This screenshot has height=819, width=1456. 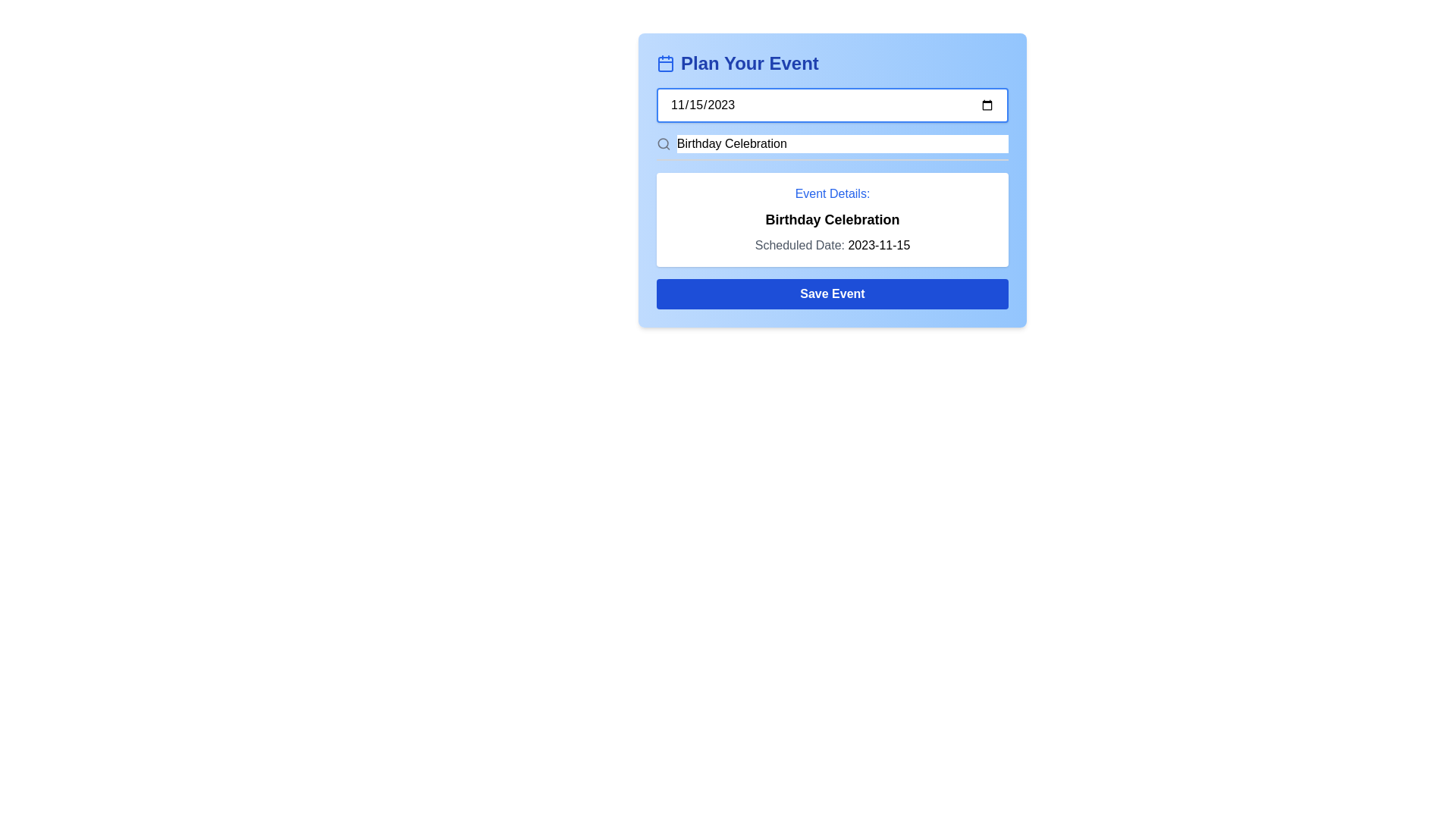 I want to click on displayed static text element showing the scheduled date for the event, which is part of the sentence 'Scheduled Date: 2023-11-15' located in the event details section of the 'Plan Your Event' card, so click(x=879, y=244).